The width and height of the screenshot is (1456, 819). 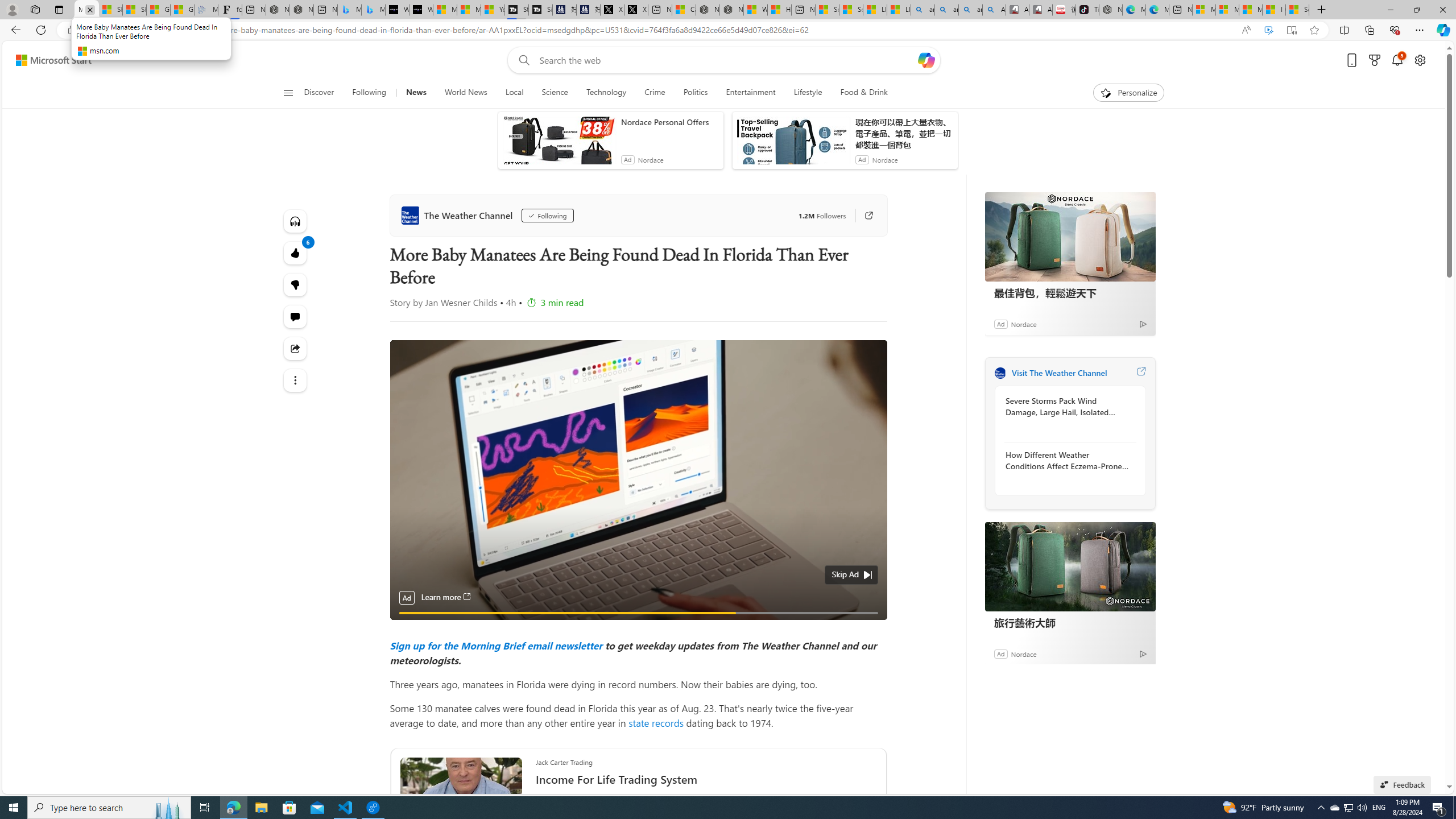 I want to click on 'Read aloud this page (Ctrl+Shift+U)', so click(x=1246, y=30).